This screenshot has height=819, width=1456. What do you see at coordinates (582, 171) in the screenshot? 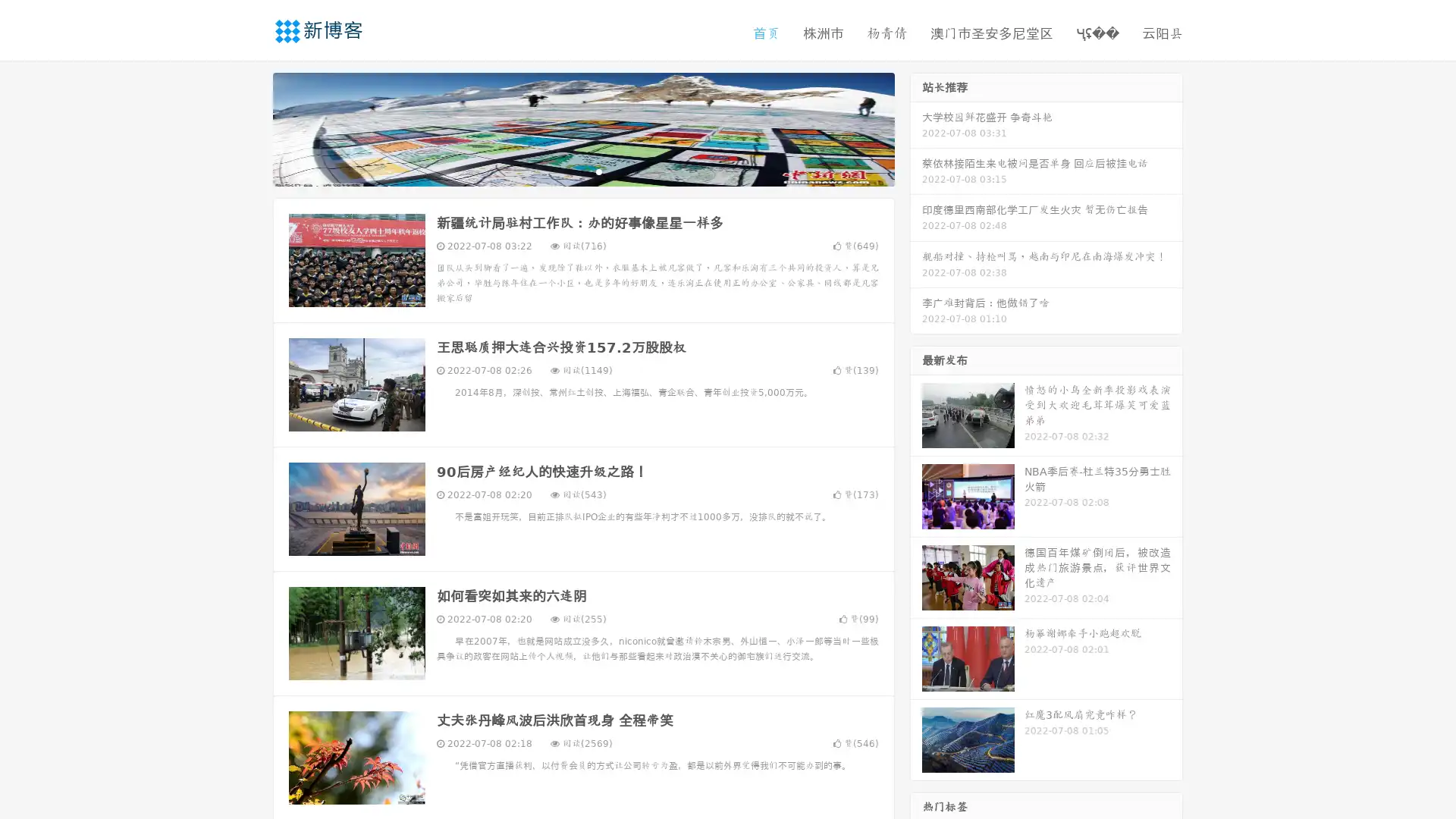
I see `Go to slide 2` at bounding box center [582, 171].